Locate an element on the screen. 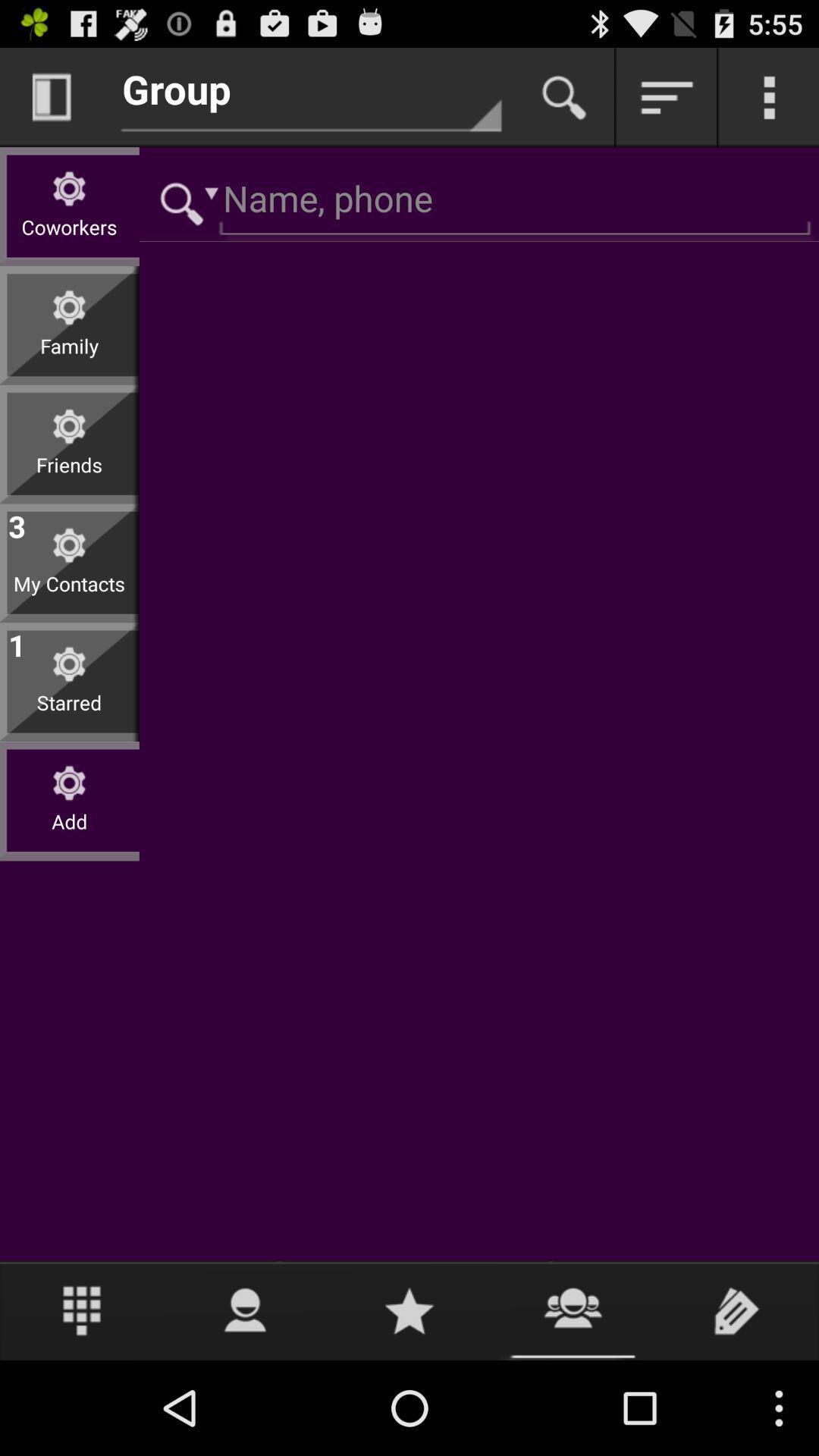 The width and height of the screenshot is (819, 1456). the group icon is located at coordinates (573, 1401).